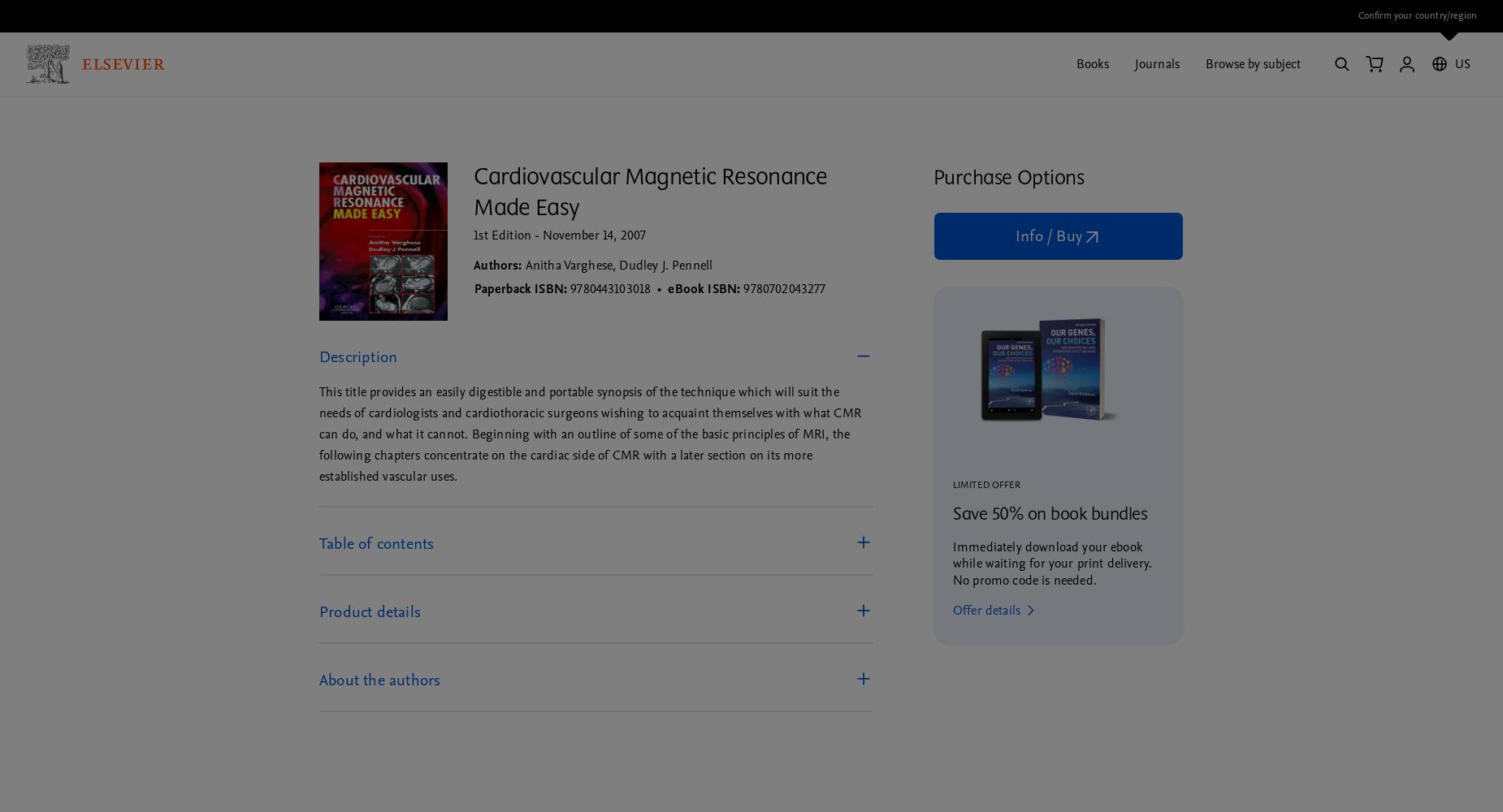  Describe the element at coordinates (511, 235) in the screenshot. I see `'Edition'` at that location.